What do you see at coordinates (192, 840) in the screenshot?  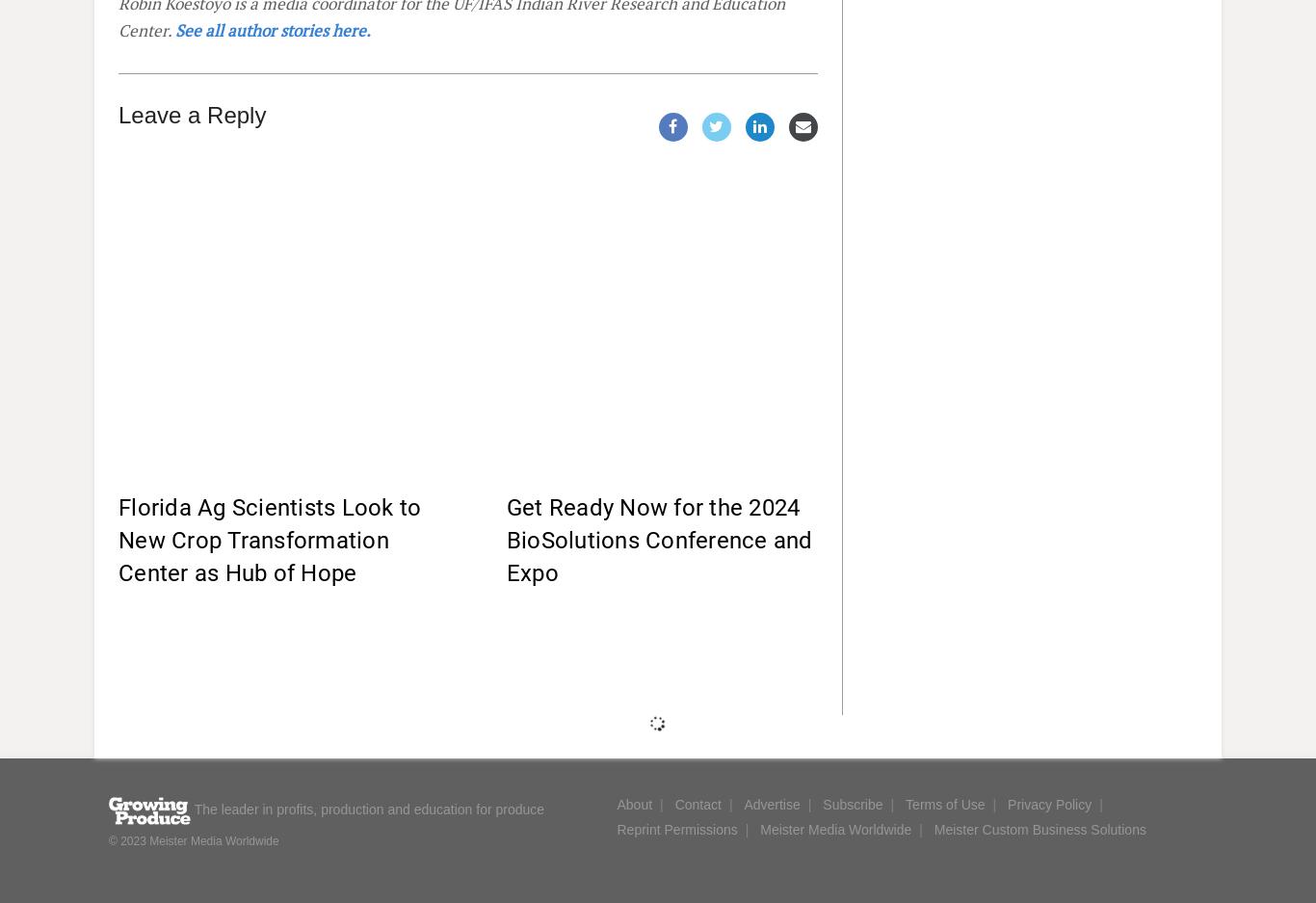 I see `'© 2023 Meister Media Worldwide'` at bounding box center [192, 840].